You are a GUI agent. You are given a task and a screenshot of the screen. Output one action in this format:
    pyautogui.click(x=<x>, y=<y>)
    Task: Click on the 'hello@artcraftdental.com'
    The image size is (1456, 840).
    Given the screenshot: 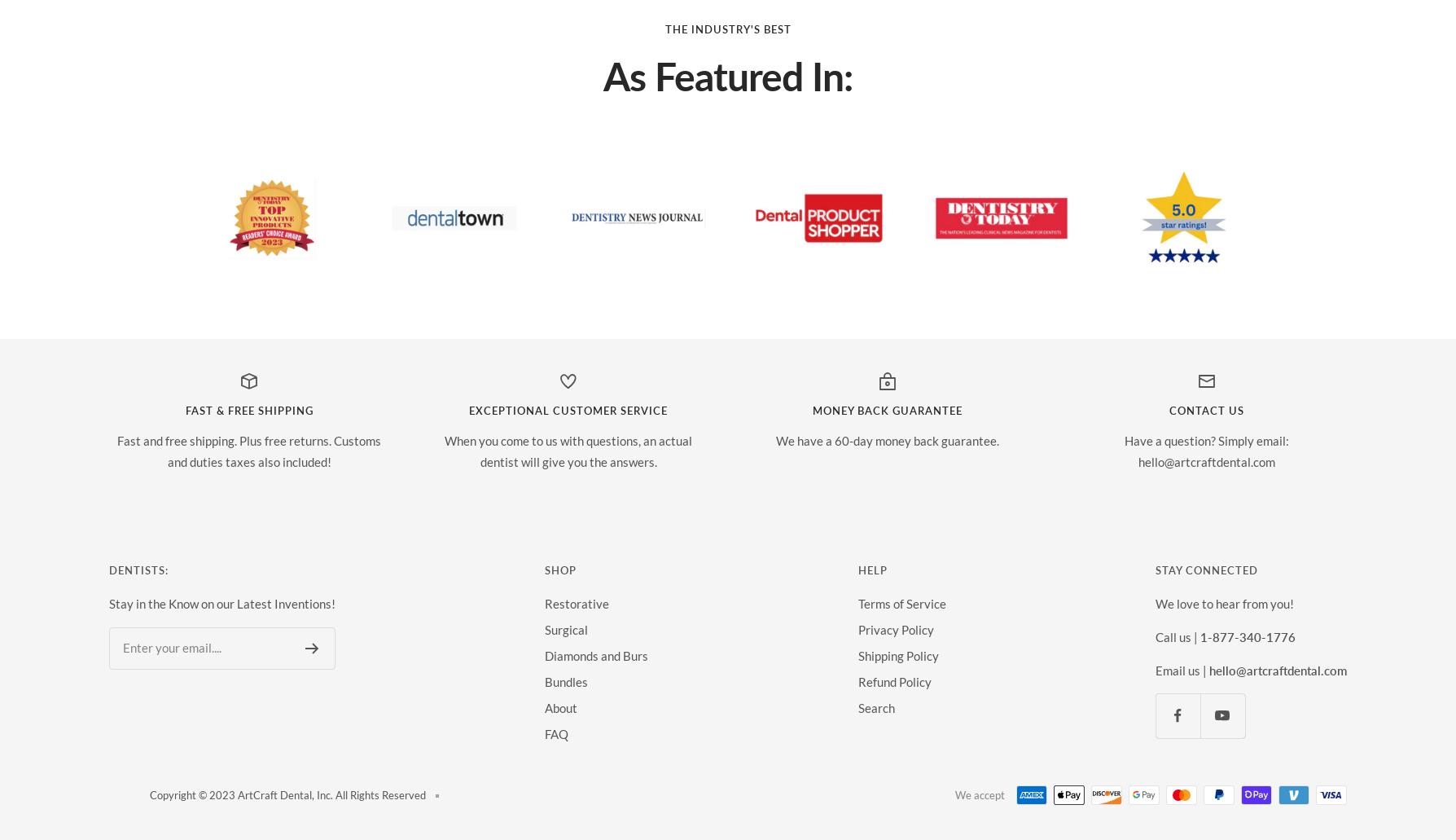 What is the action you would take?
    pyautogui.click(x=1276, y=669)
    